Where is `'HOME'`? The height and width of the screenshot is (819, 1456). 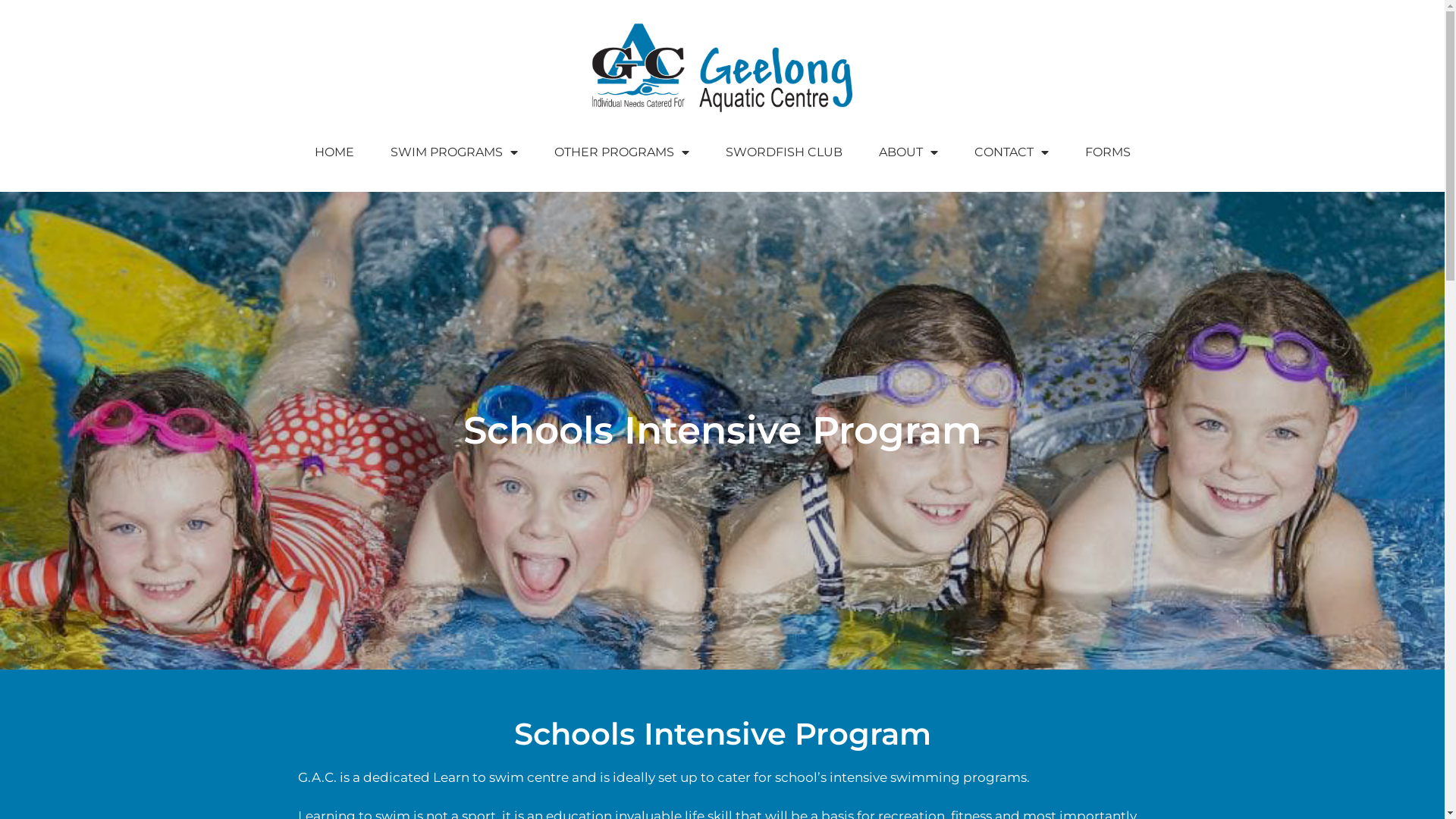 'HOME' is located at coordinates (295, 152).